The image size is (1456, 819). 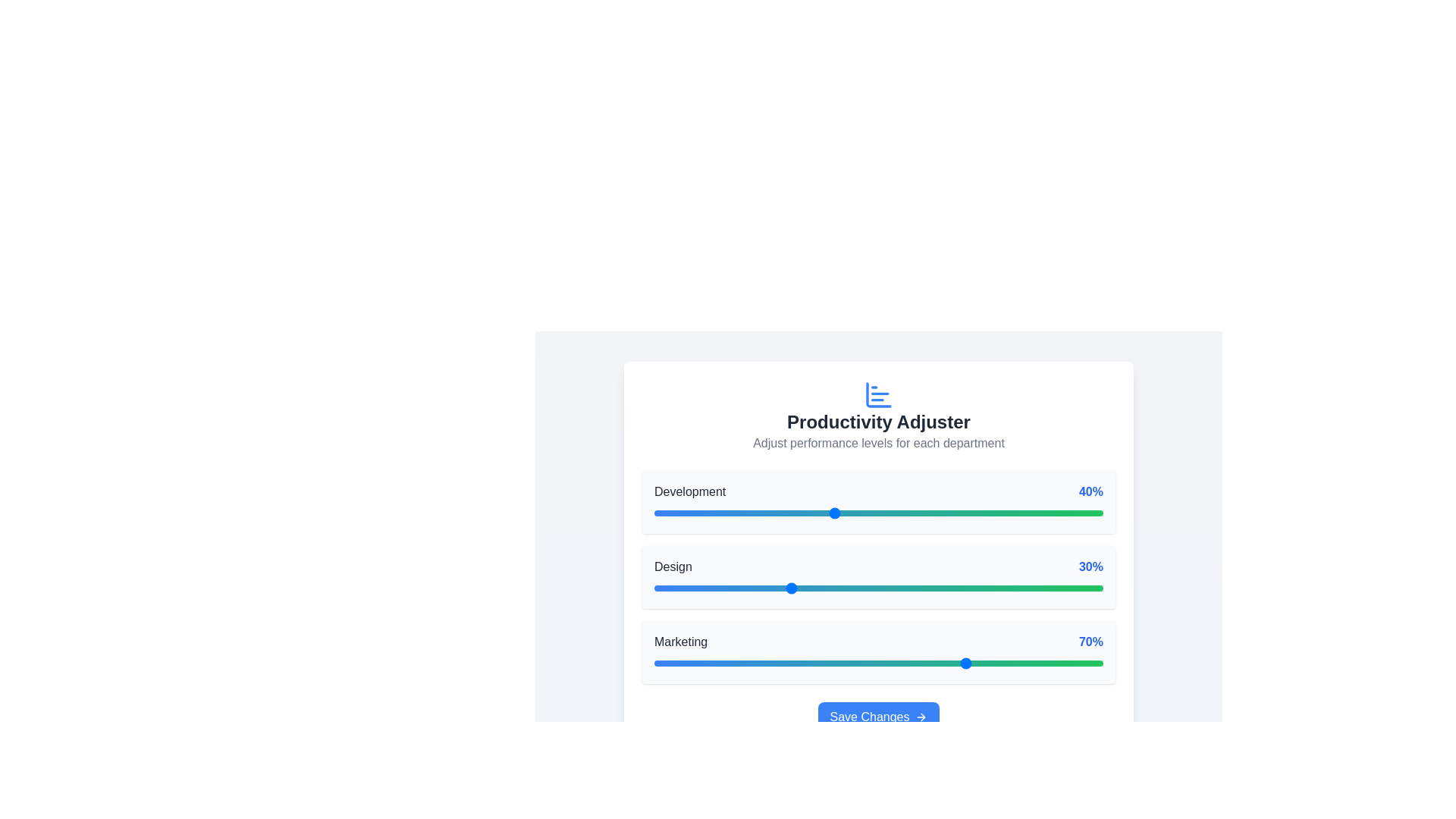 I want to click on the slider value, so click(x=780, y=663).